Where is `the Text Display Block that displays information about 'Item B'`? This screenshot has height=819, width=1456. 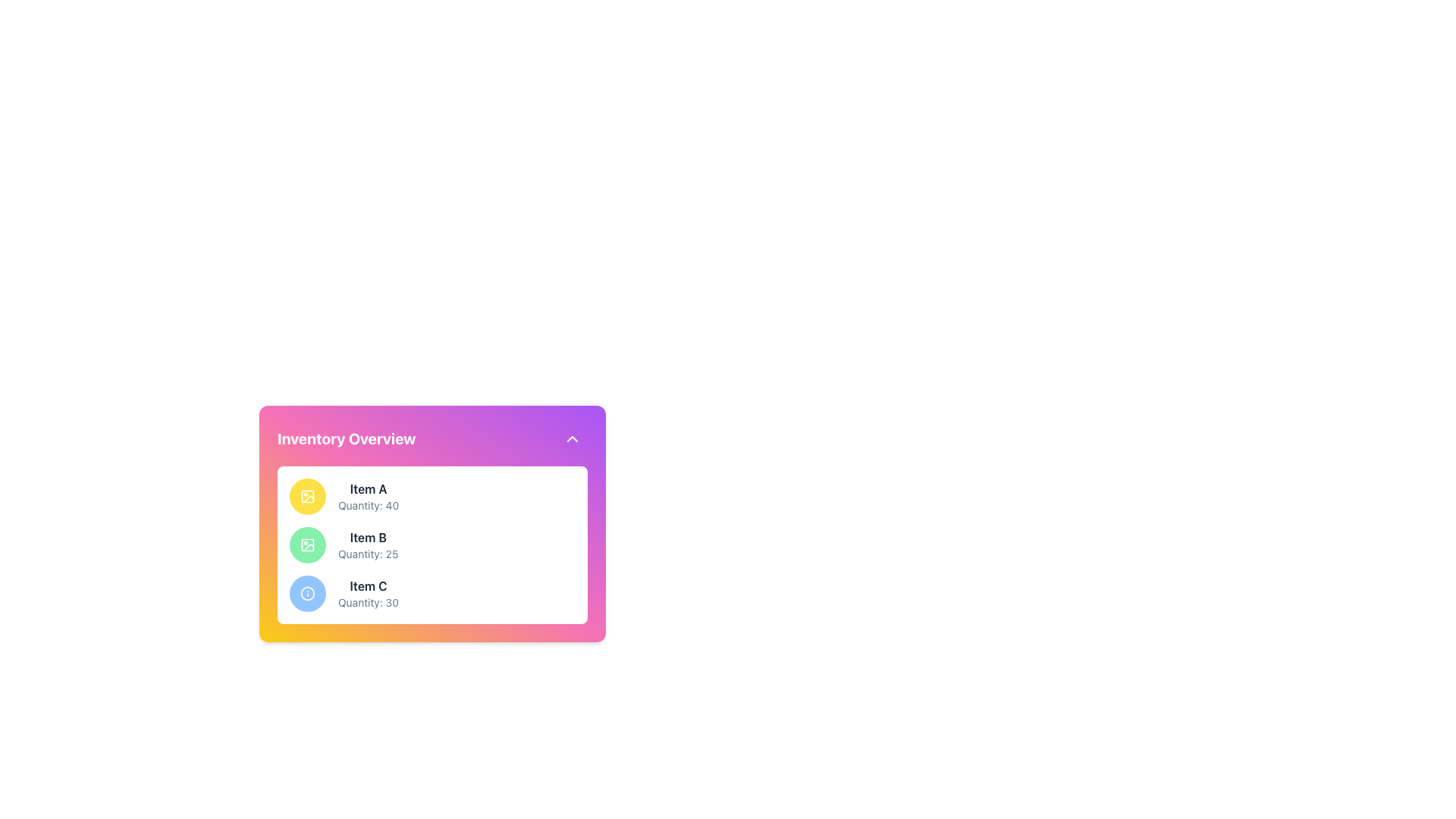 the Text Display Block that displays information about 'Item B' is located at coordinates (431, 544).